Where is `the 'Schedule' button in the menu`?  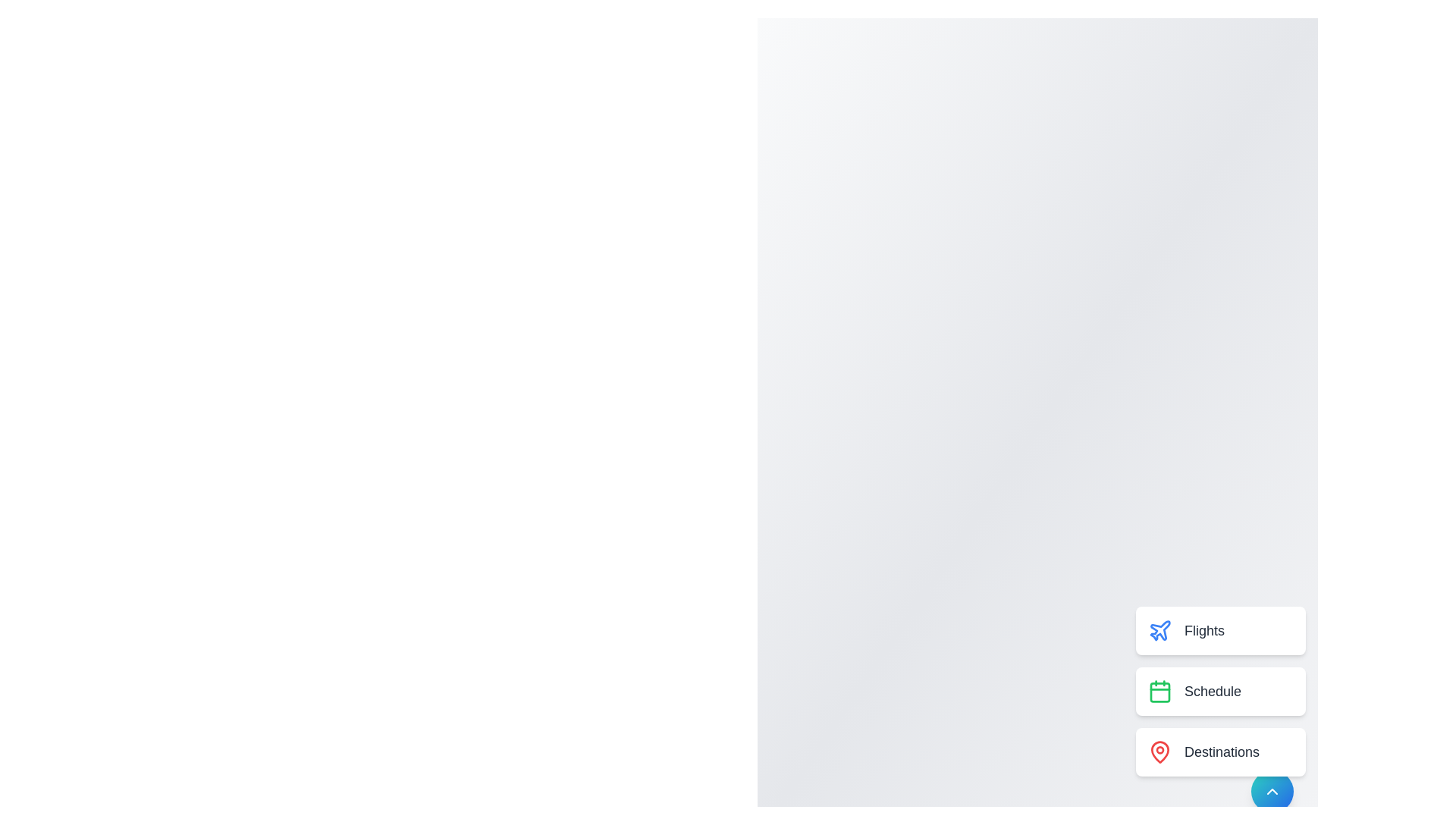
the 'Schedule' button in the menu is located at coordinates (1220, 691).